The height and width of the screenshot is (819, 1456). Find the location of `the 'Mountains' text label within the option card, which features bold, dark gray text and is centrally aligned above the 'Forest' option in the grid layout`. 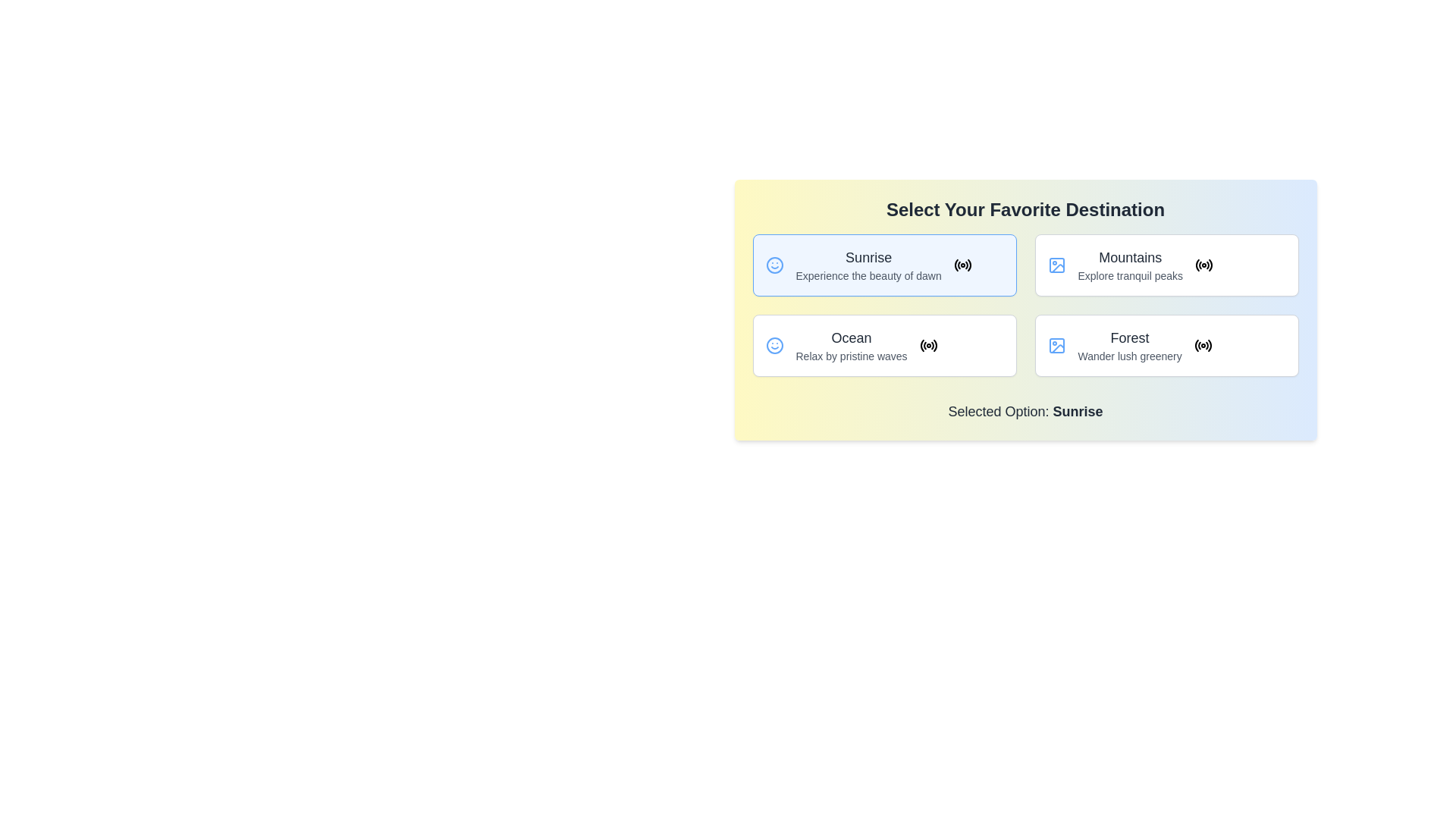

the 'Mountains' text label within the option card, which features bold, dark gray text and is centrally aligned above the 'Forest' option in the grid layout is located at coordinates (1130, 265).